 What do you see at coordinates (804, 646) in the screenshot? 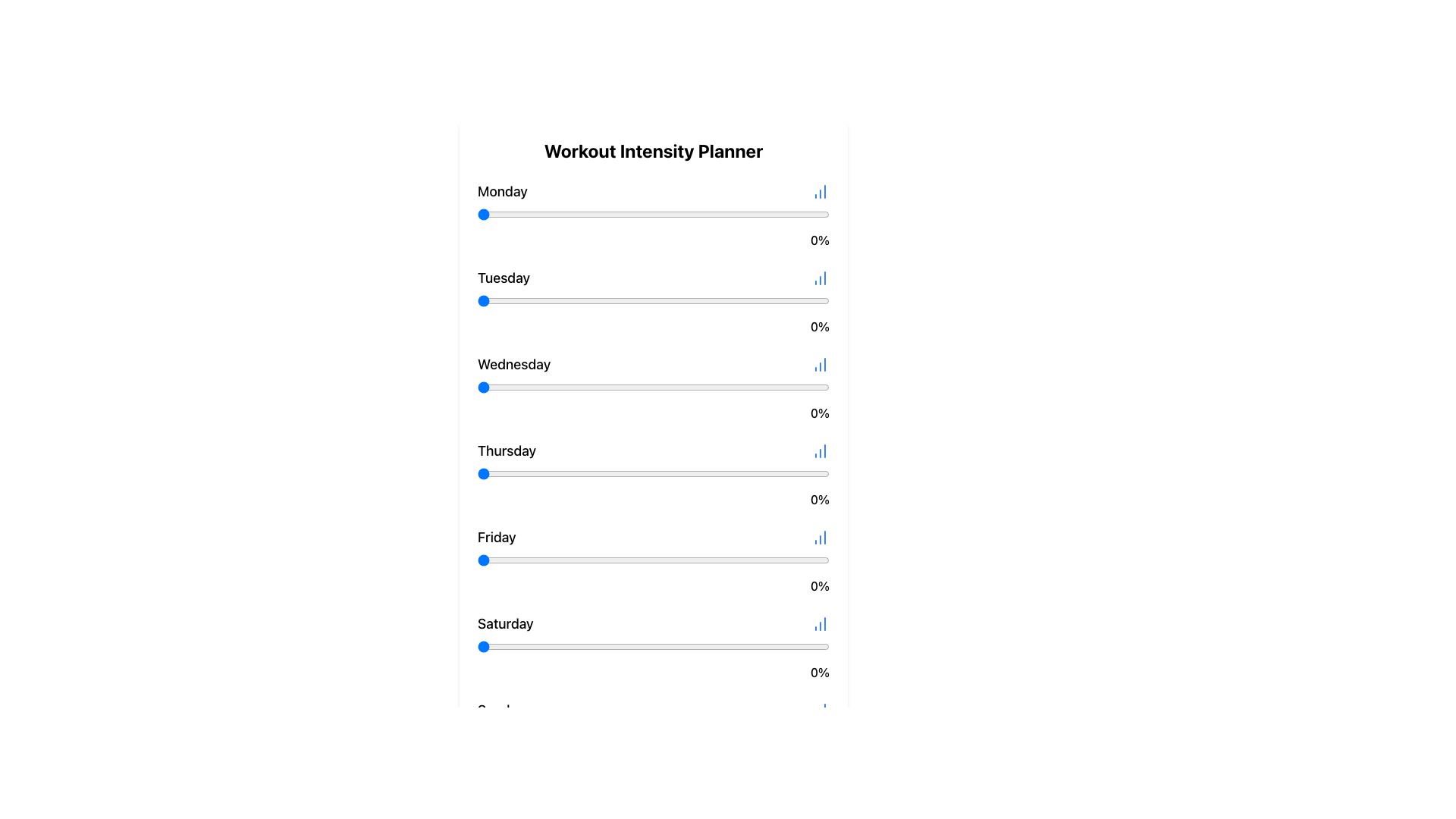
I see `Saturday's workout intensity` at bounding box center [804, 646].